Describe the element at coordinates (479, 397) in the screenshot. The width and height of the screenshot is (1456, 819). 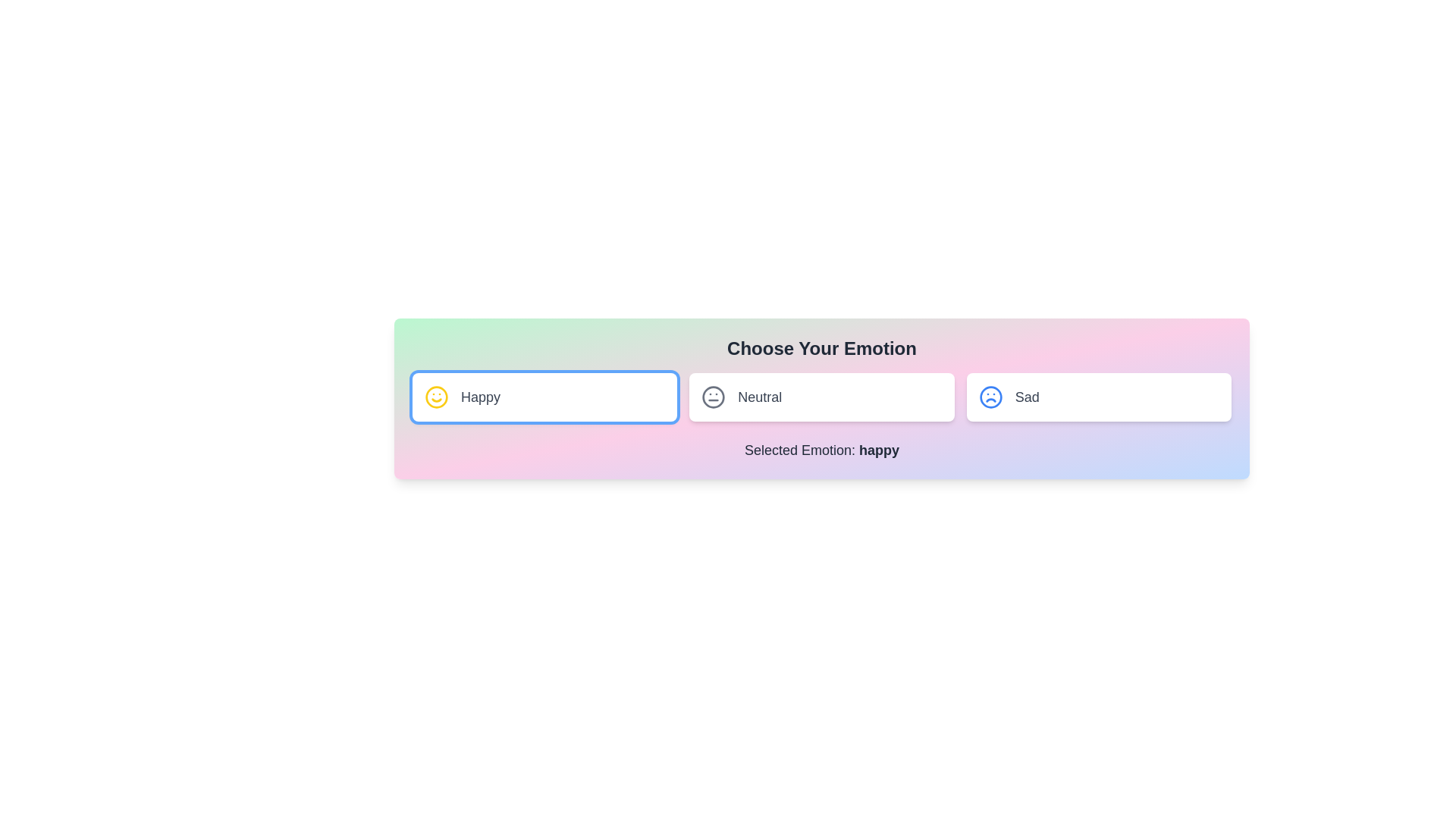
I see `the Text Label displaying the word 'Happy', which is styled with a medium-sized, bold, dark gray font and is positioned centrally within a rectangular card, to the right of a yellow smiley face graphic` at that location.